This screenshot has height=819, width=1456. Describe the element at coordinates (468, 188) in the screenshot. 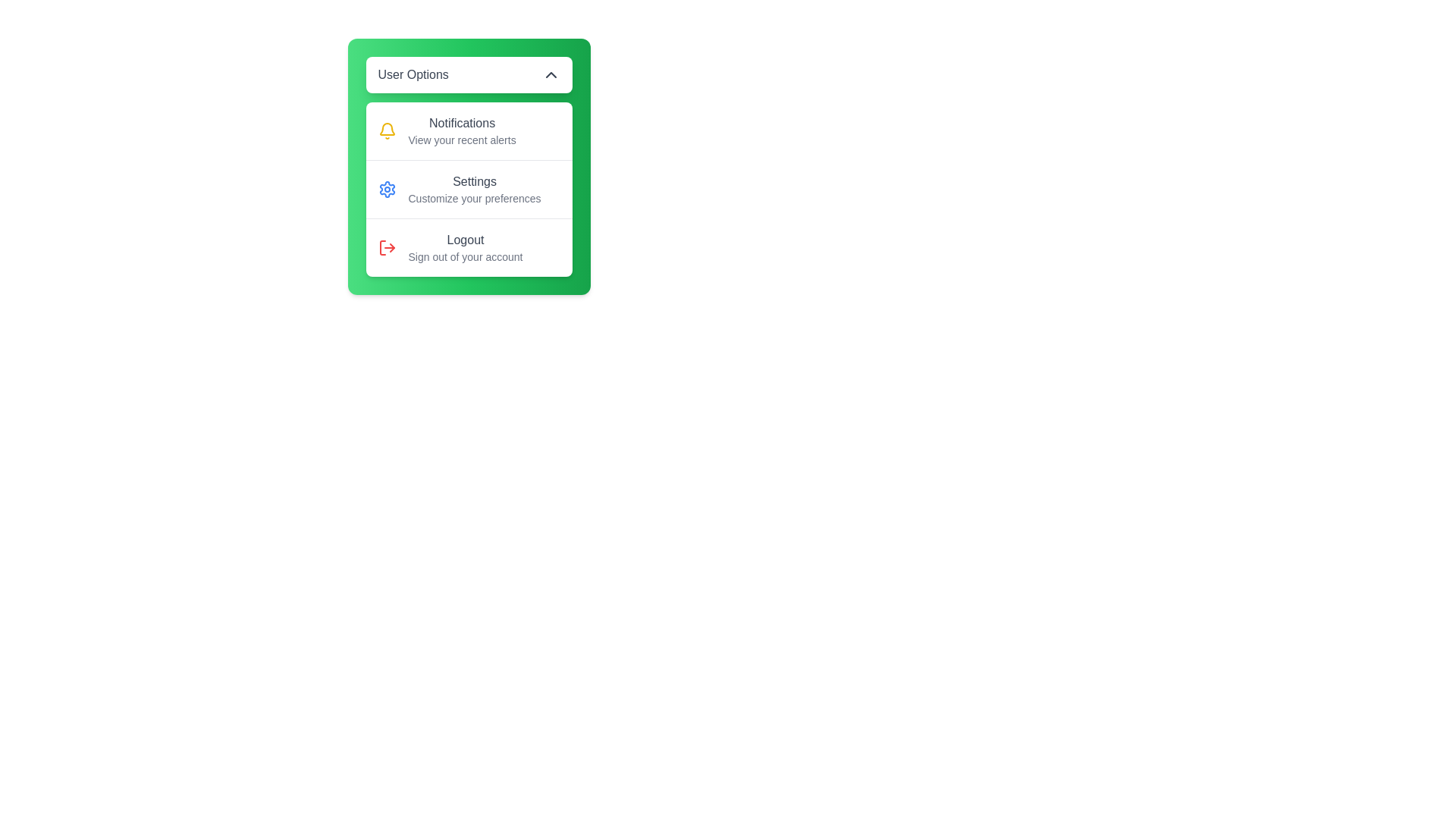

I see `the second item in the navigation menu, which allows users` at that location.